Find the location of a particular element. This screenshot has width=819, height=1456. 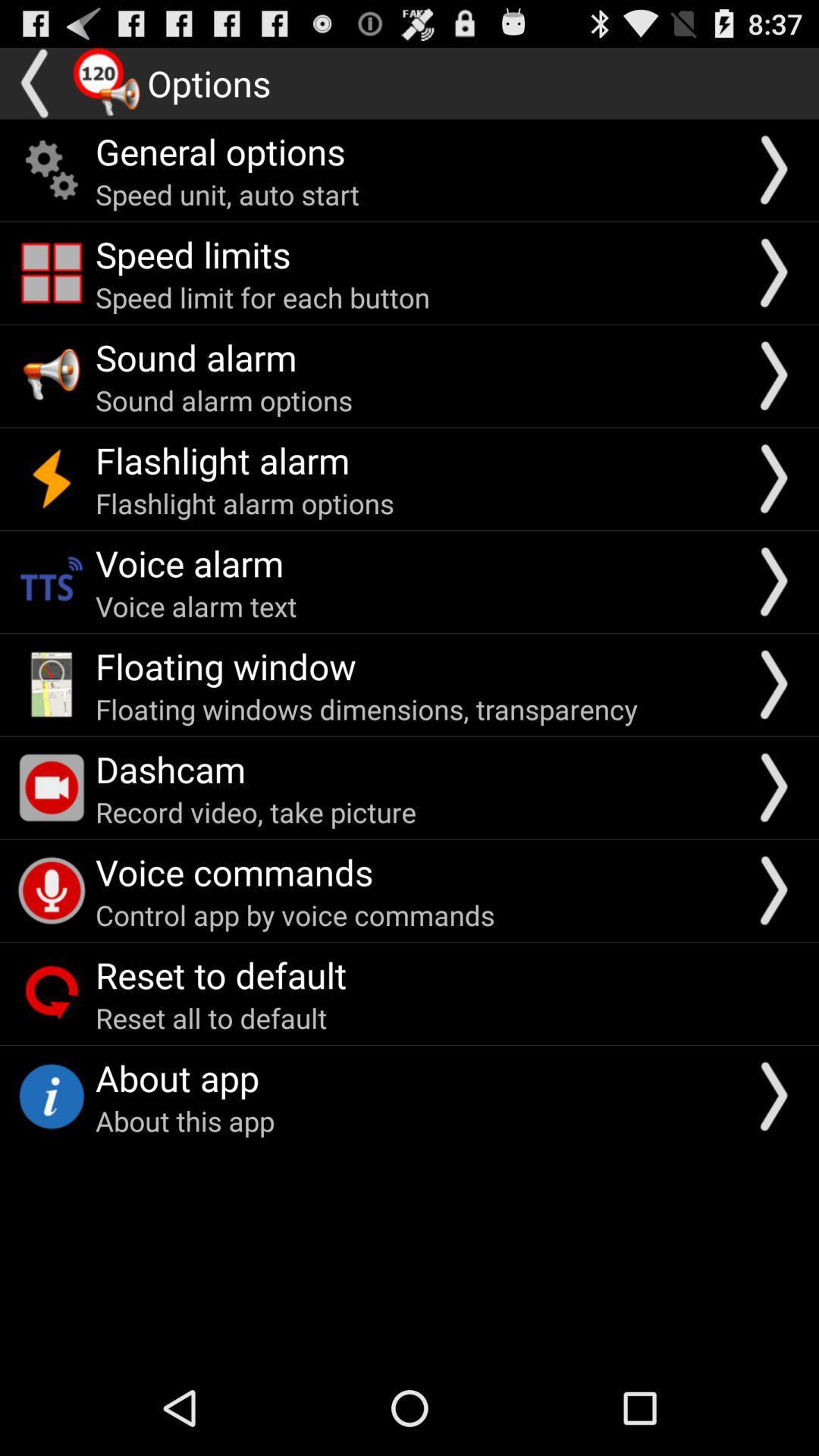

icon above voice commands icon is located at coordinates (255, 811).